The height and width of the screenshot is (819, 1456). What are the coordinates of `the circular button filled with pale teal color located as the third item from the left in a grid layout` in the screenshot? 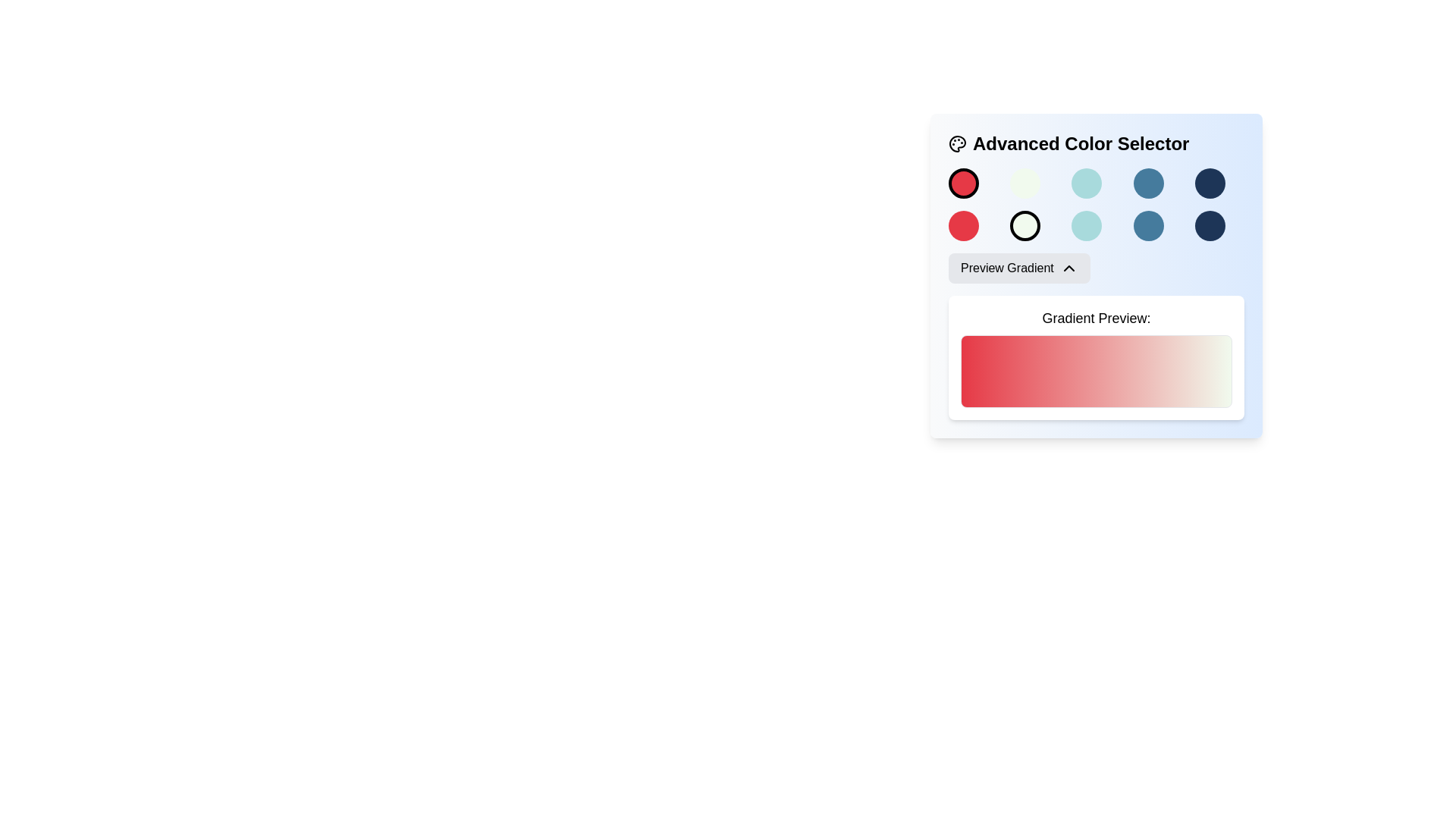 It's located at (1086, 225).